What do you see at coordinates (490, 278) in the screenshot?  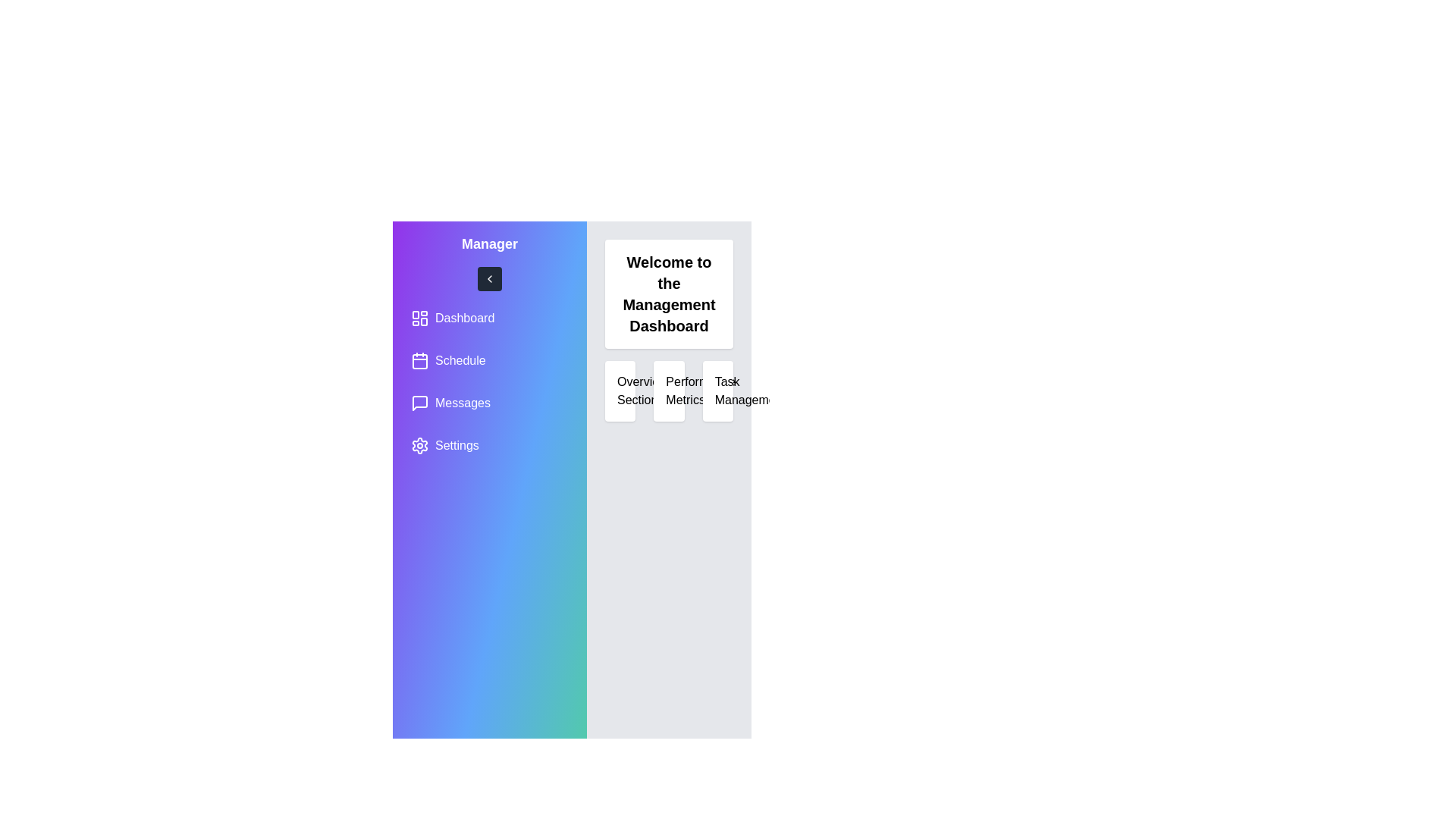 I see `the navigation button located below the 'Manager' title in the sidebar` at bounding box center [490, 278].